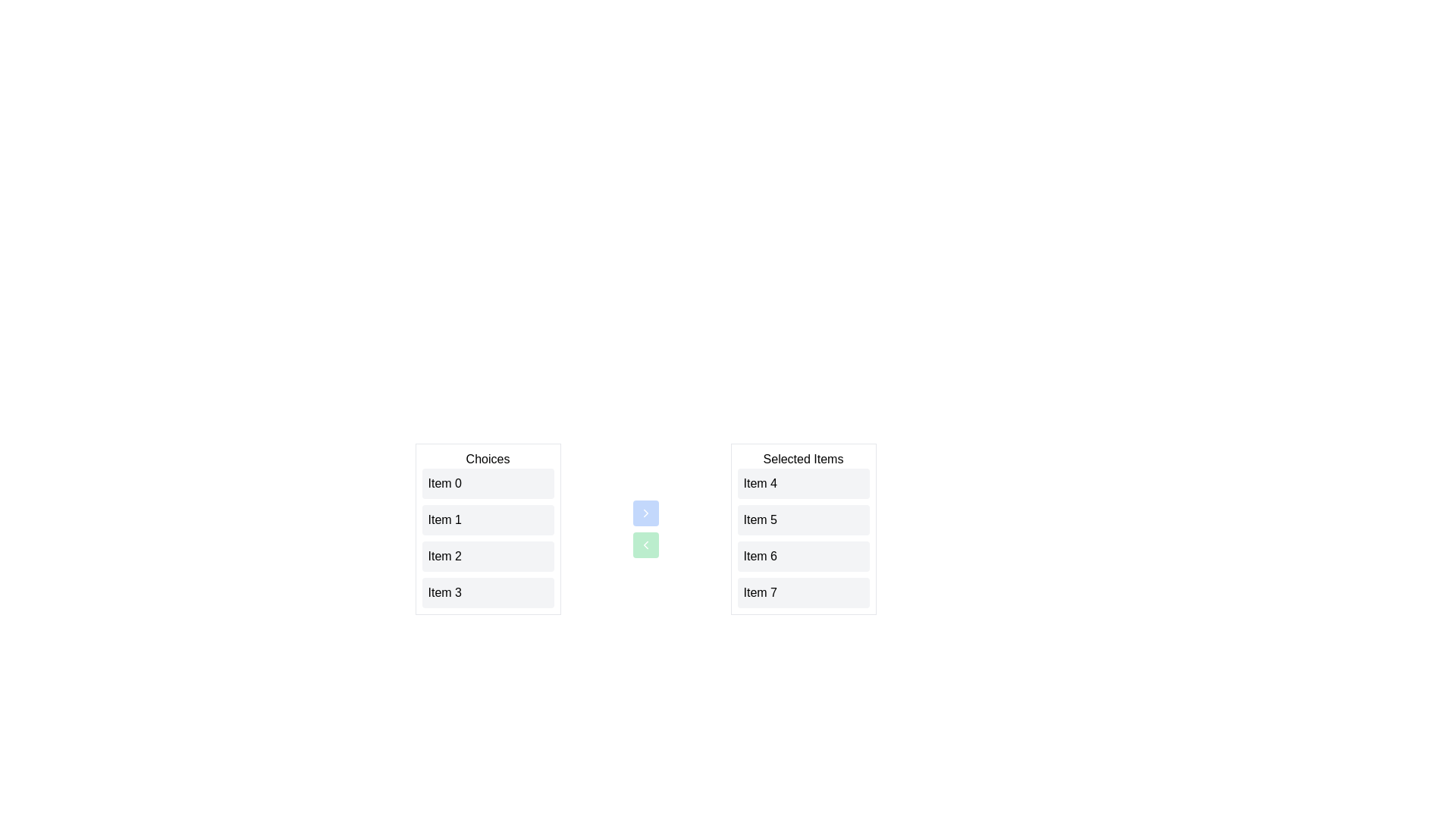  I want to click on the 'Item 7' text label within the 'Selected Items' panel, so click(760, 592).